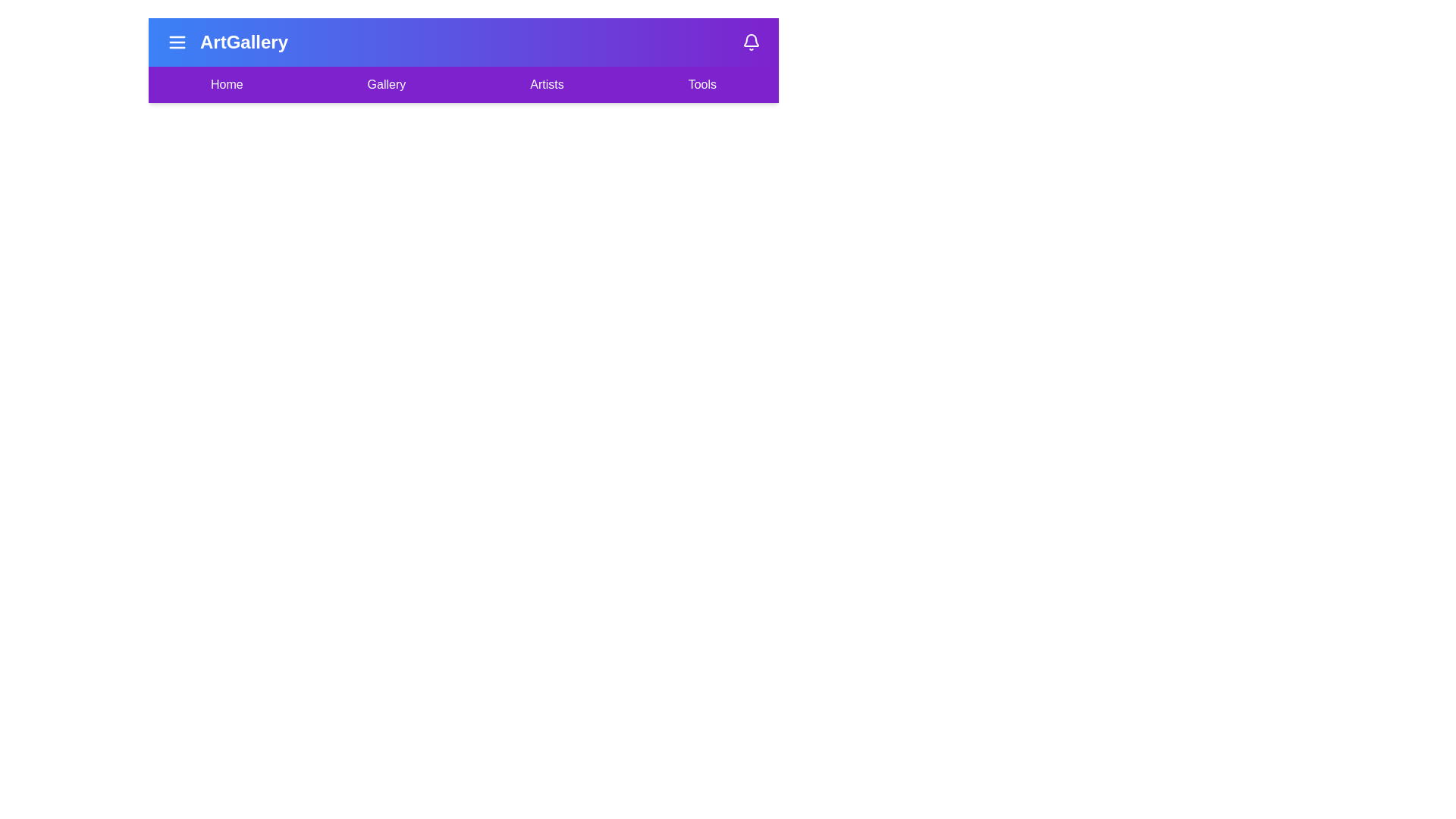  I want to click on the menu item labeled Tools to navigate to the corresponding section, so click(701, 84).